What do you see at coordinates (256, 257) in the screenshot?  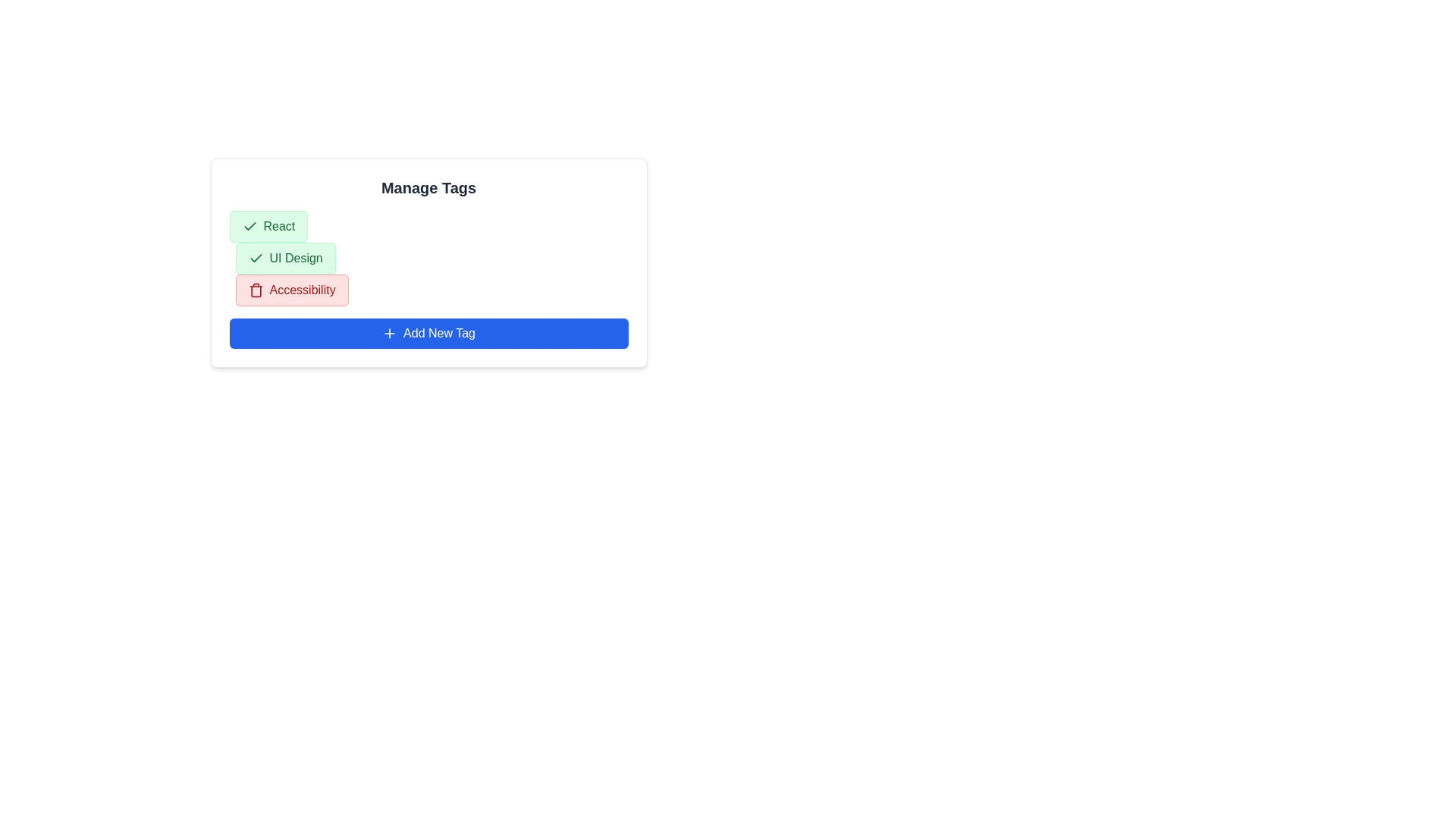 I see `the state of the checkmark icon located to the left of the 'UI Design' tag, indicating it is selected or active` at bounding box center [256, 257].